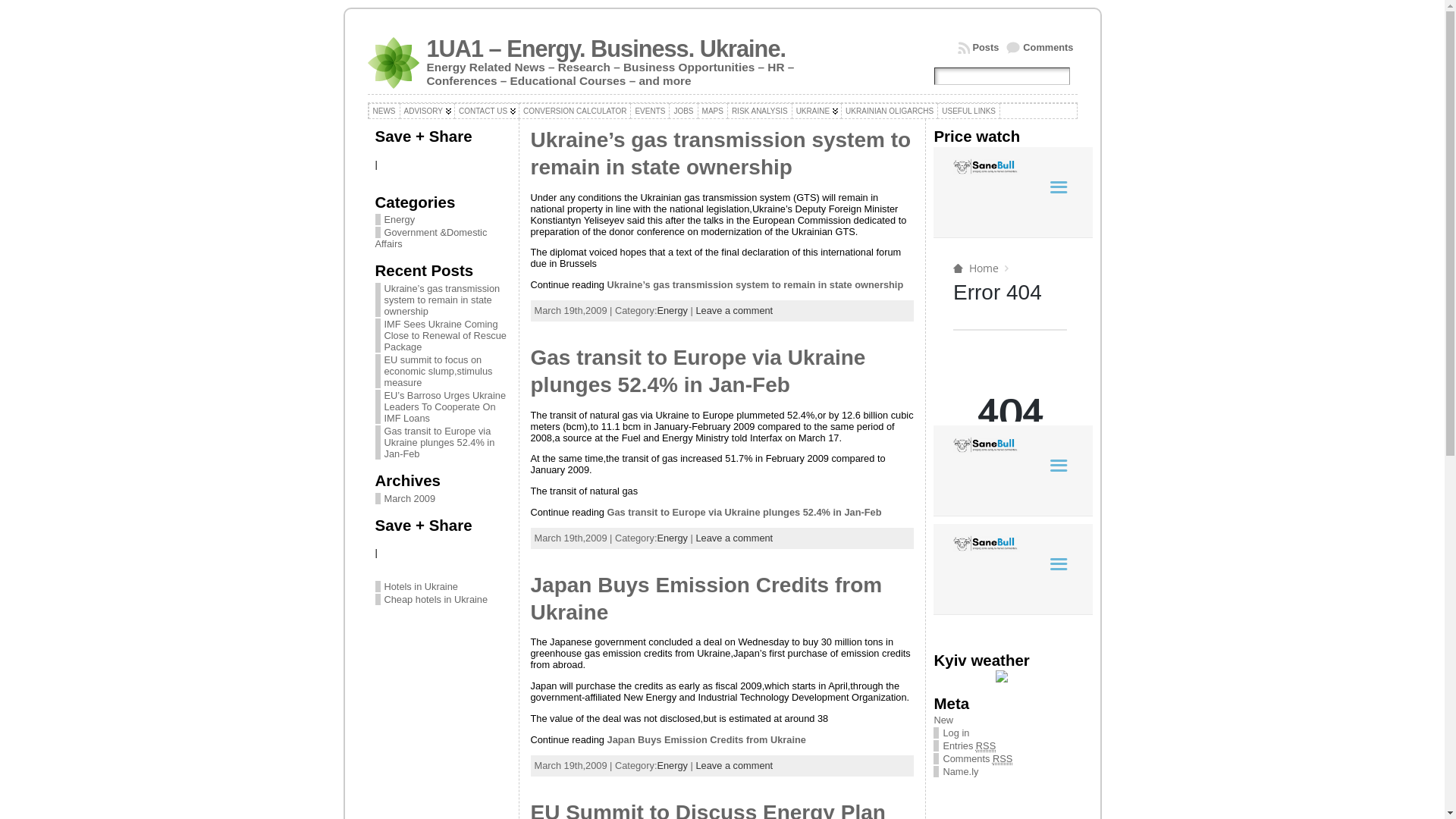 The image size is (1456, 819). Describe the element at coordinates (790, 110) in the screenshot. I see `'UKRAINE'` at that location.